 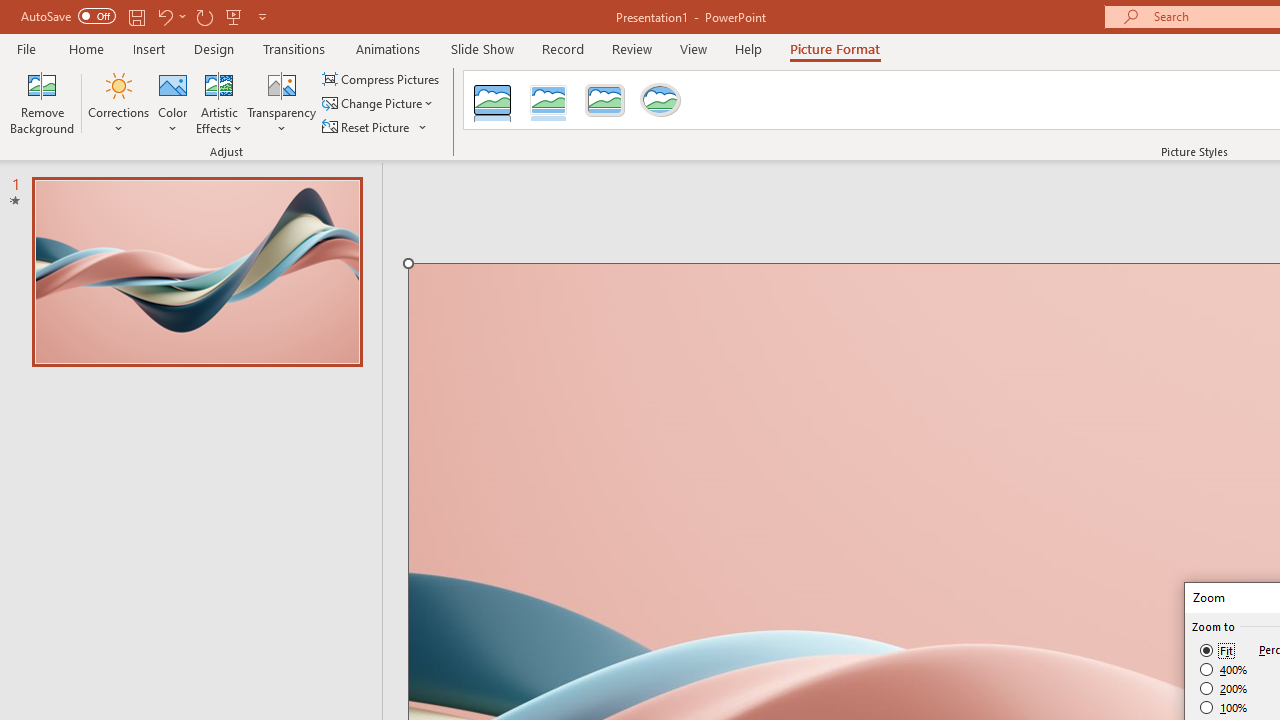 What do you see at coordinates (1223, 669) in the screenshot?
I see `'400%'` at bounding box center [1223, 669].